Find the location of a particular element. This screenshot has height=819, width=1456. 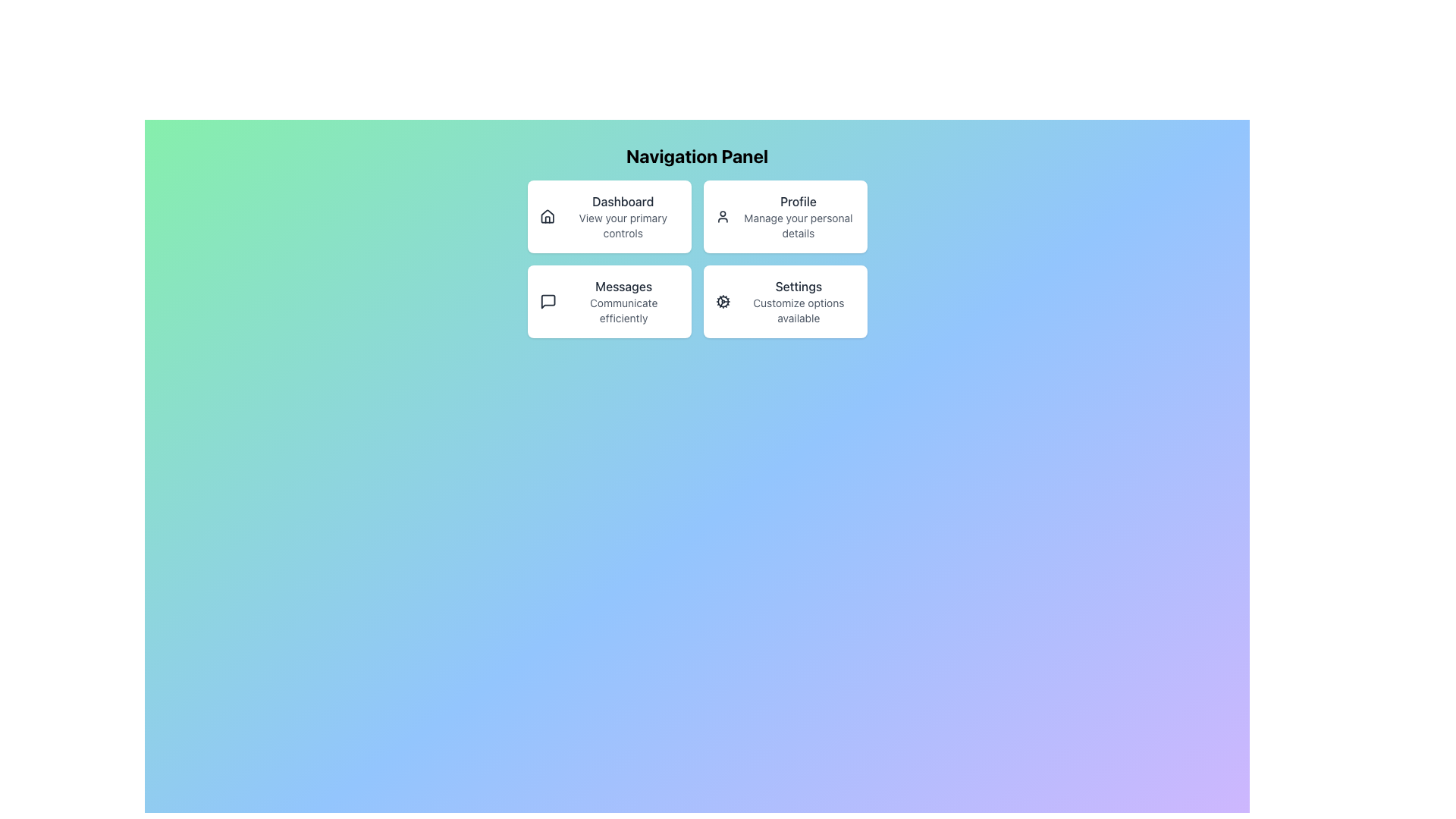

the 'Settings' text label which serves as a heading for the customization options section is located at coordinates (798, 287).